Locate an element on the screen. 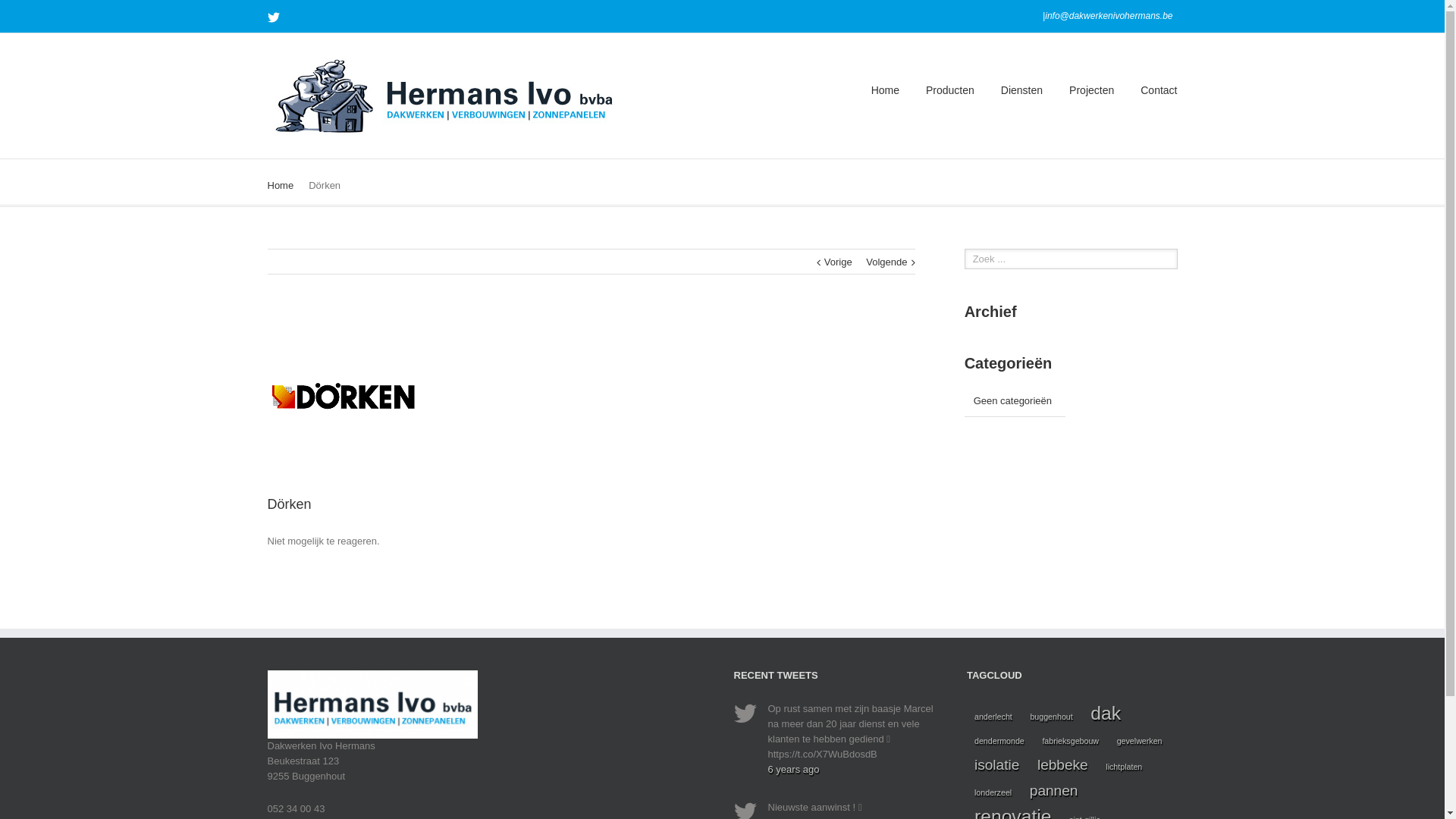 The width and height of the screenshot is (1456, 819). '6 years ago' is located at coordinates (767, 769).